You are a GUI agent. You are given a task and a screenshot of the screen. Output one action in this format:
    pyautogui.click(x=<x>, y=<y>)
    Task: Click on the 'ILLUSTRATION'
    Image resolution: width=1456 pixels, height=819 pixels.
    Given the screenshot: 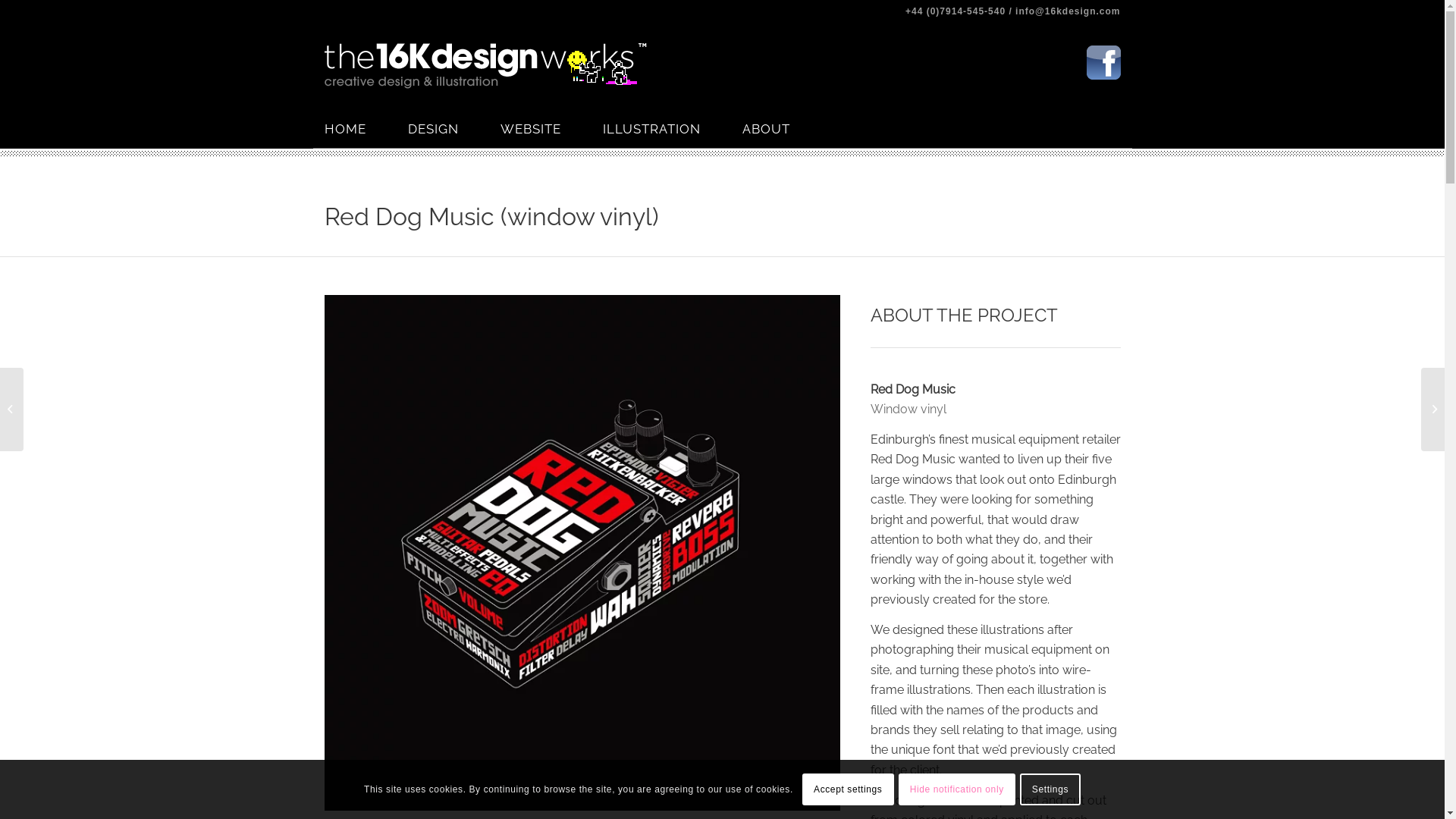 What is the action you would take?
    pyautogui.click(x=671, y=127)
    